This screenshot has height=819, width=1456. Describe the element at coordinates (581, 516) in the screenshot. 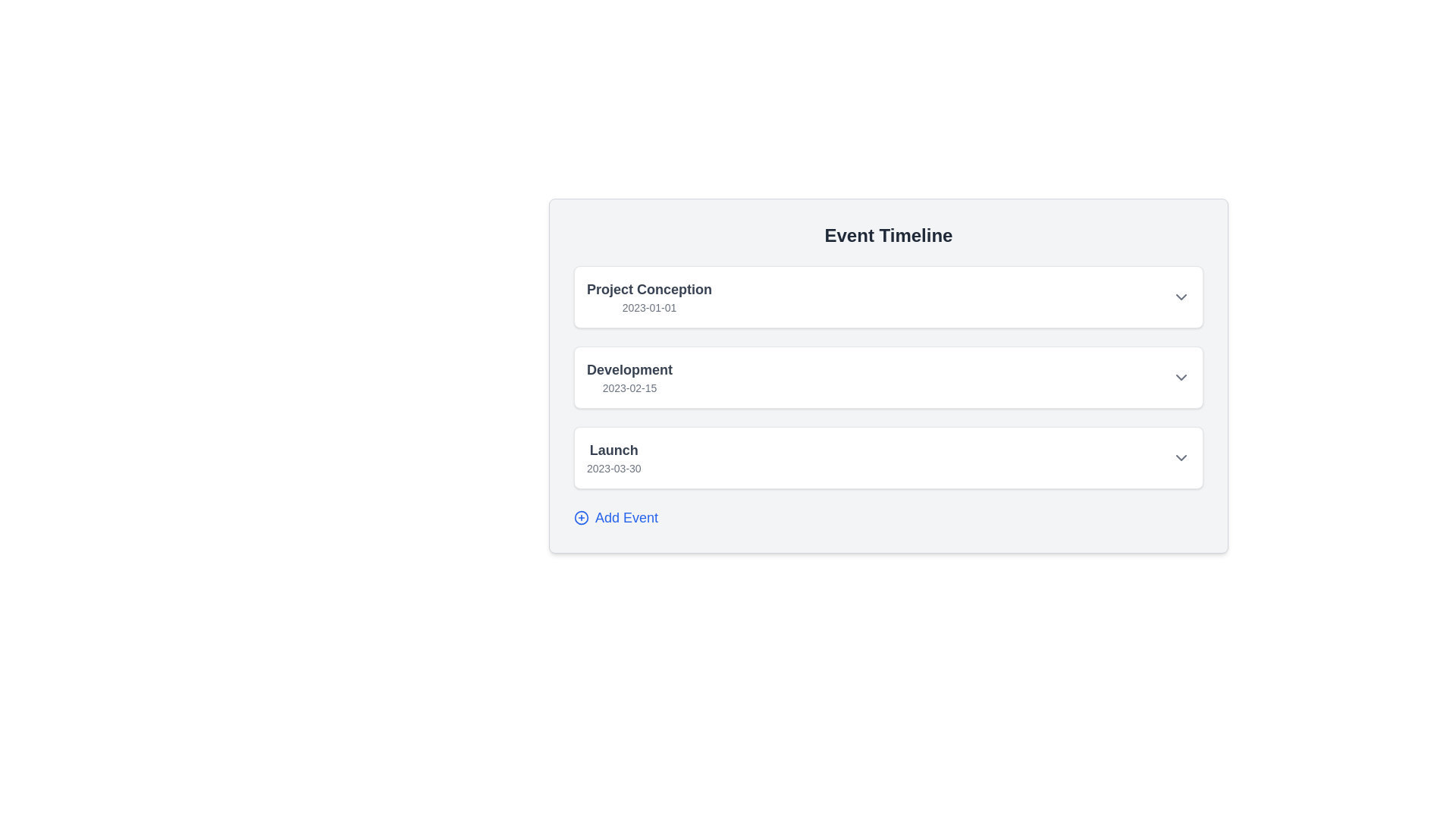

I see `the circular icon button with a plus sign in the center, located to the left of the 'Add Event' text` at that location.